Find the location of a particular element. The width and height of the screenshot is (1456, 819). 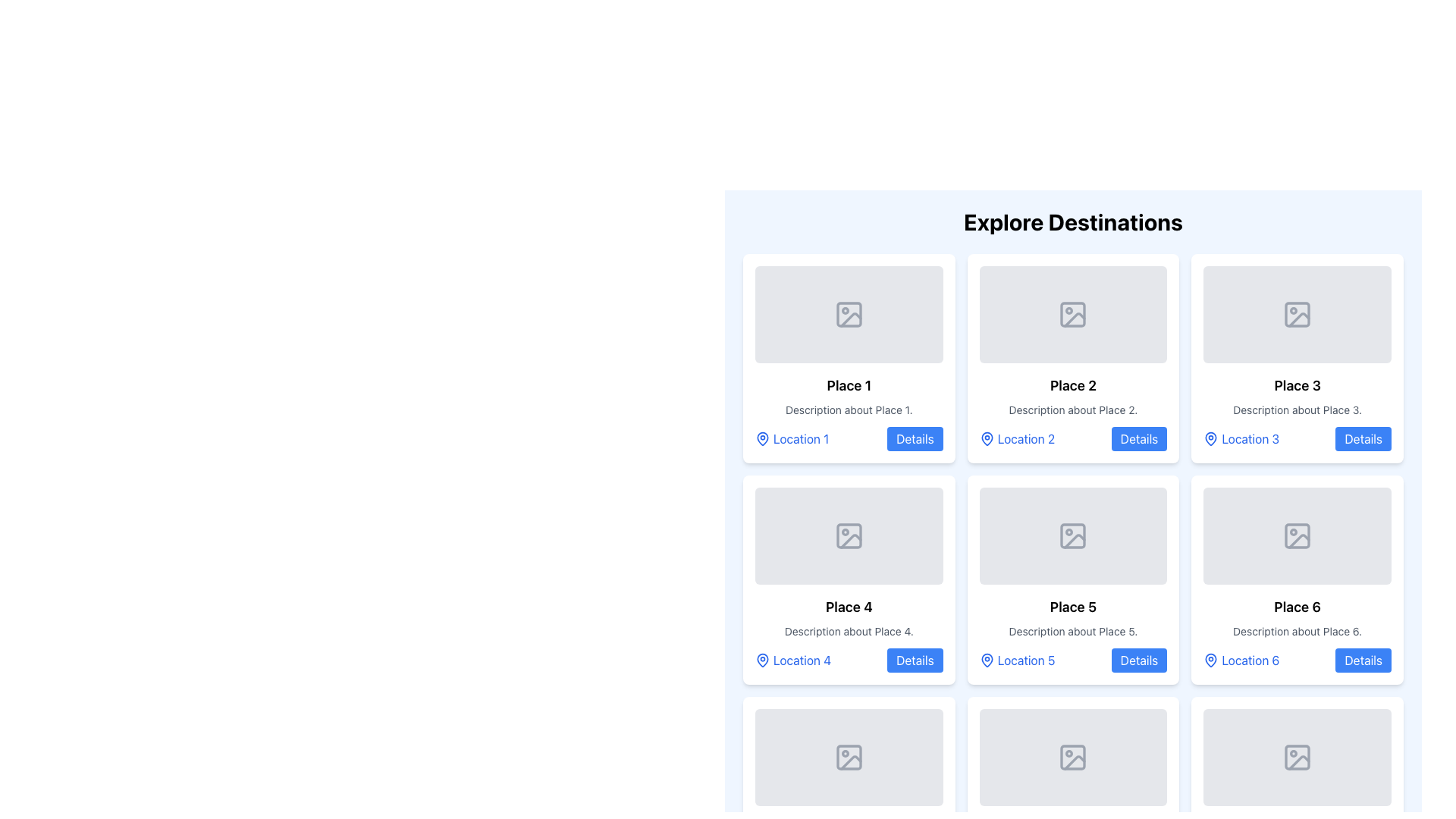

the centrally aligned heading text that serves as the title for the section containing a grid of destinations is located at coordinates (1072, 222).